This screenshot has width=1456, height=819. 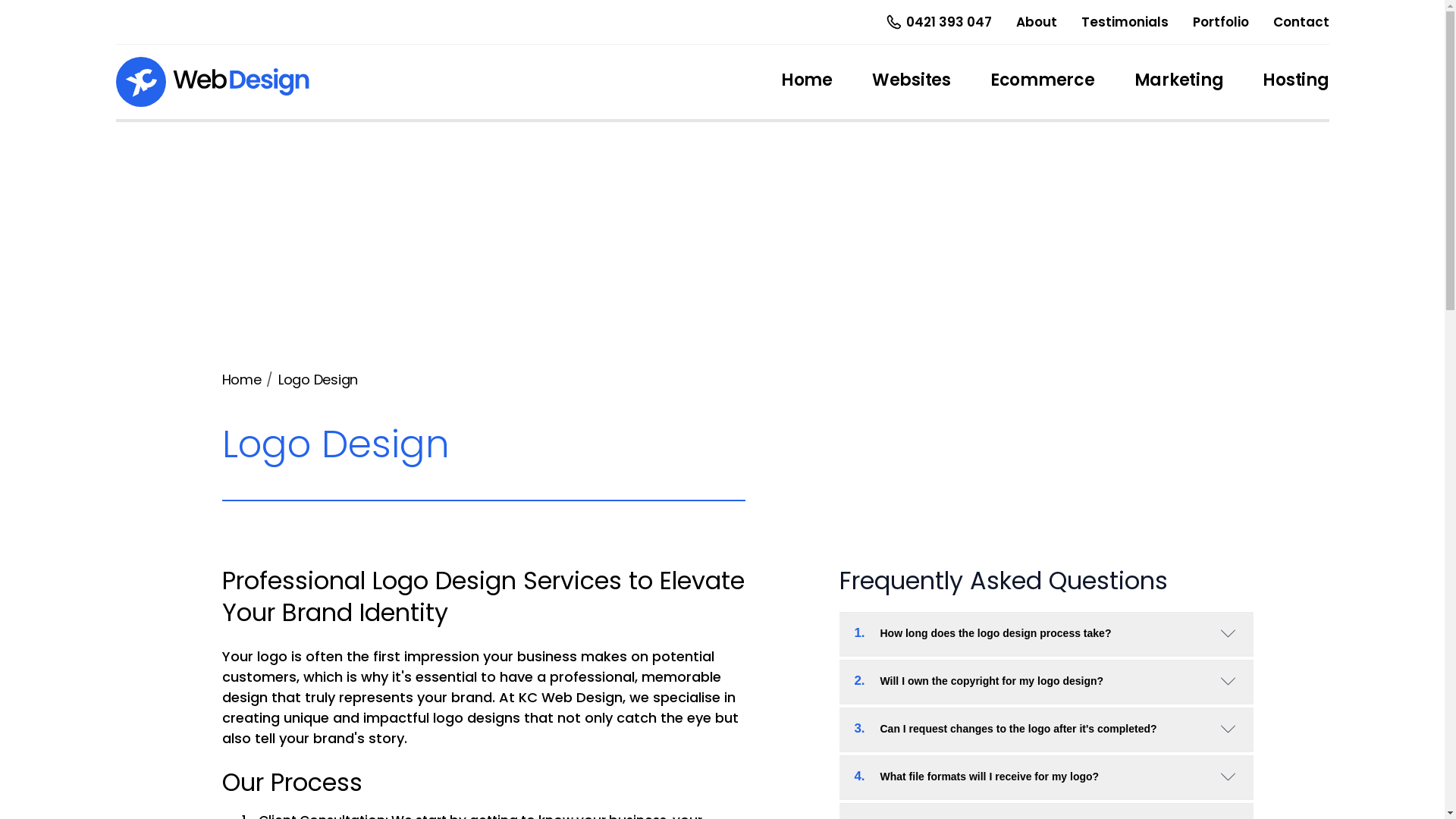 What do you see at coordinates (1044, 679) in the screenshot?
I see `'2.` at bounding box center [1044, 679].